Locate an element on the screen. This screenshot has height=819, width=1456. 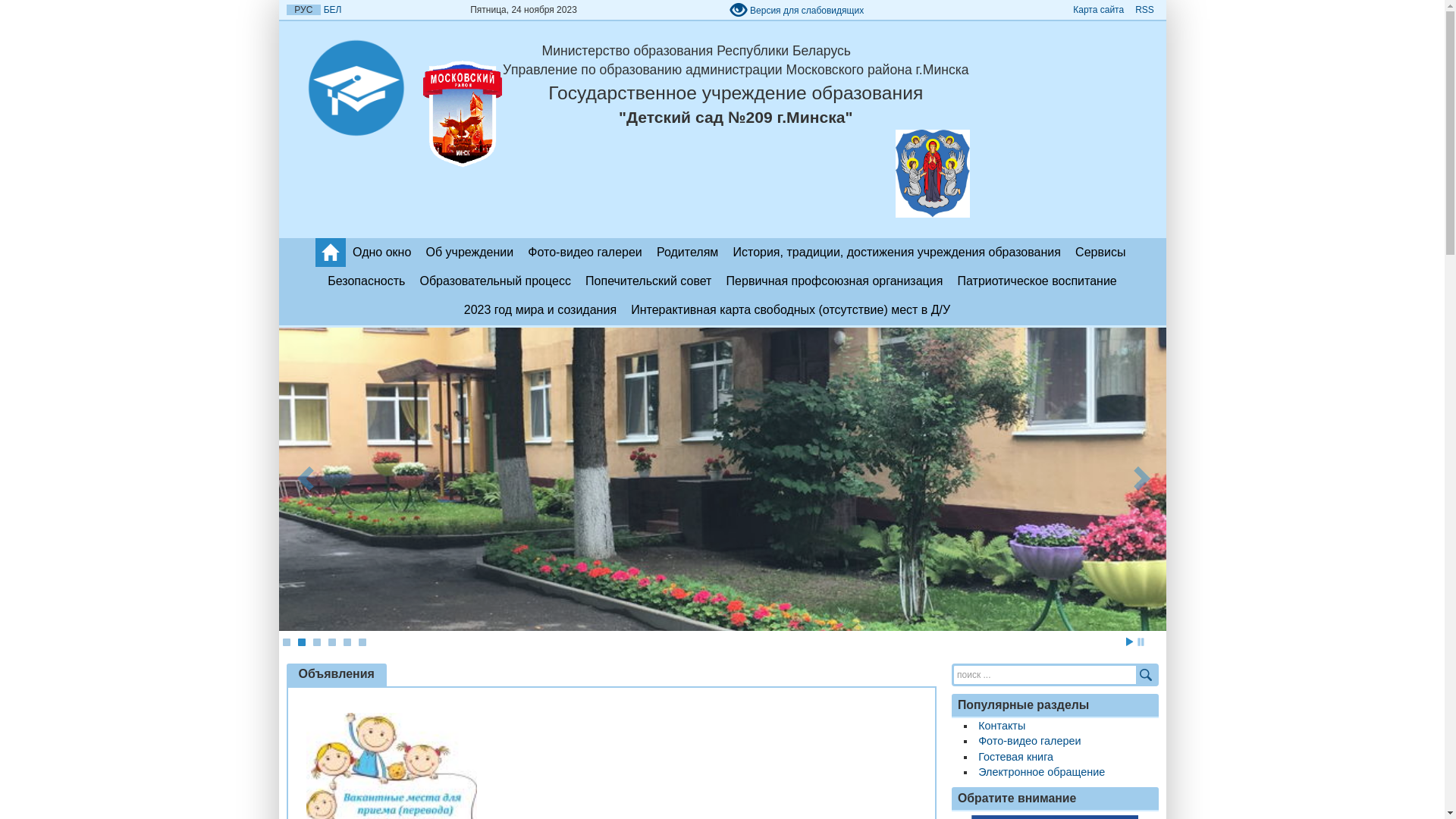
'5' is located at coordinates (341, 642).